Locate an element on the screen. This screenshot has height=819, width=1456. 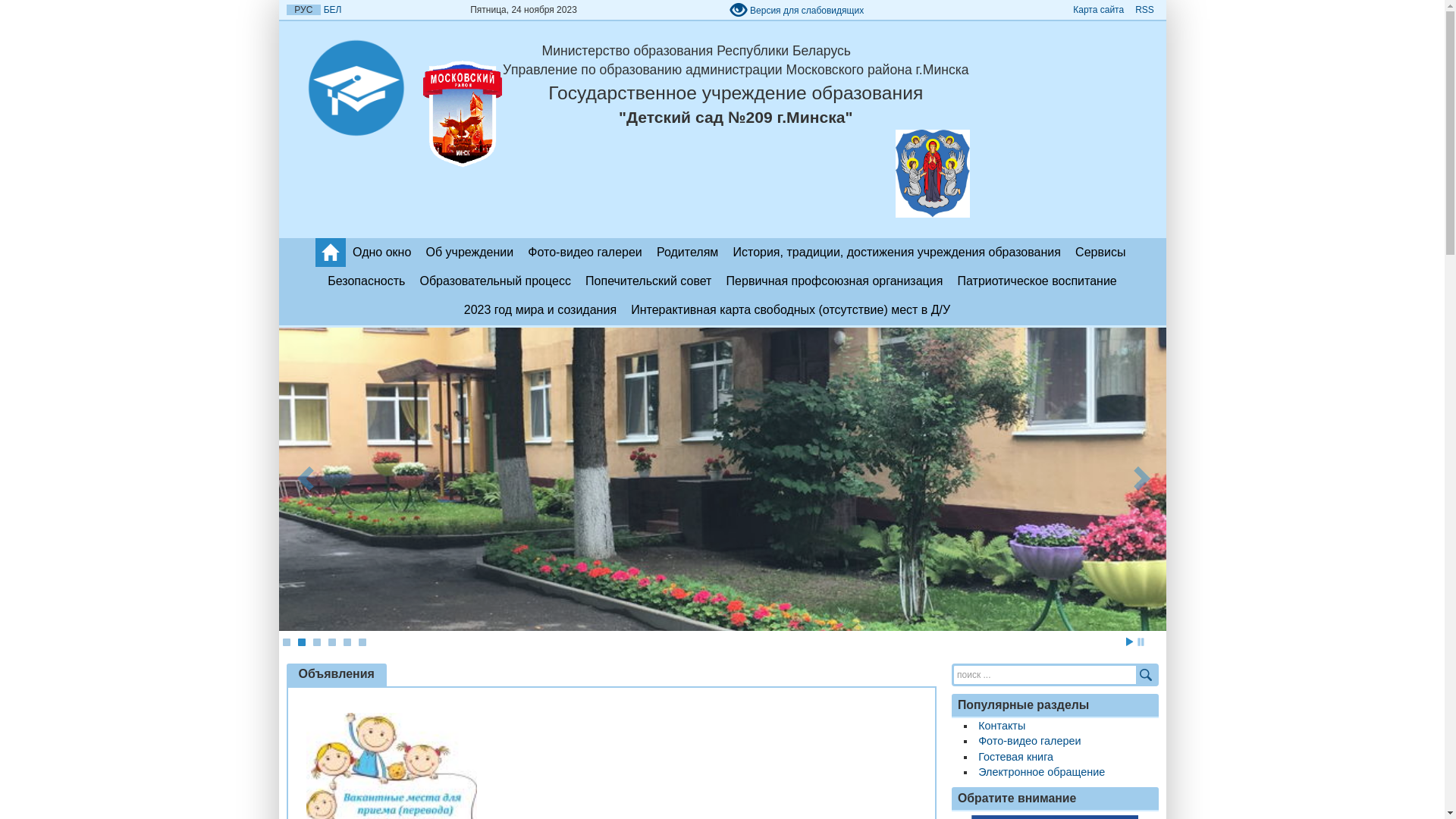
'5' is located at coordinates (341, 642).